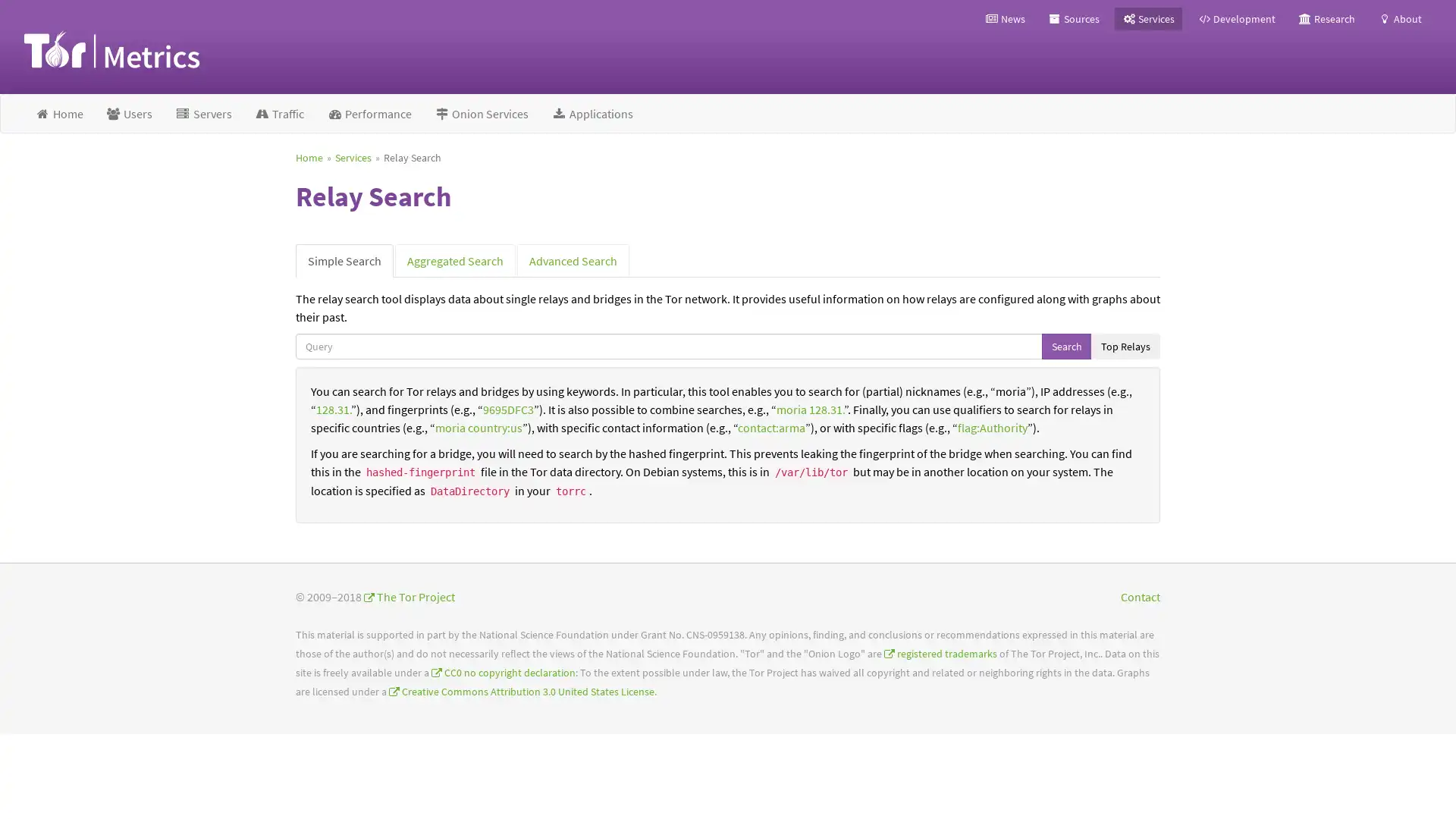  Describe the element at coordinates (1065, 346) in the screenshot. I see `Search` at that location.